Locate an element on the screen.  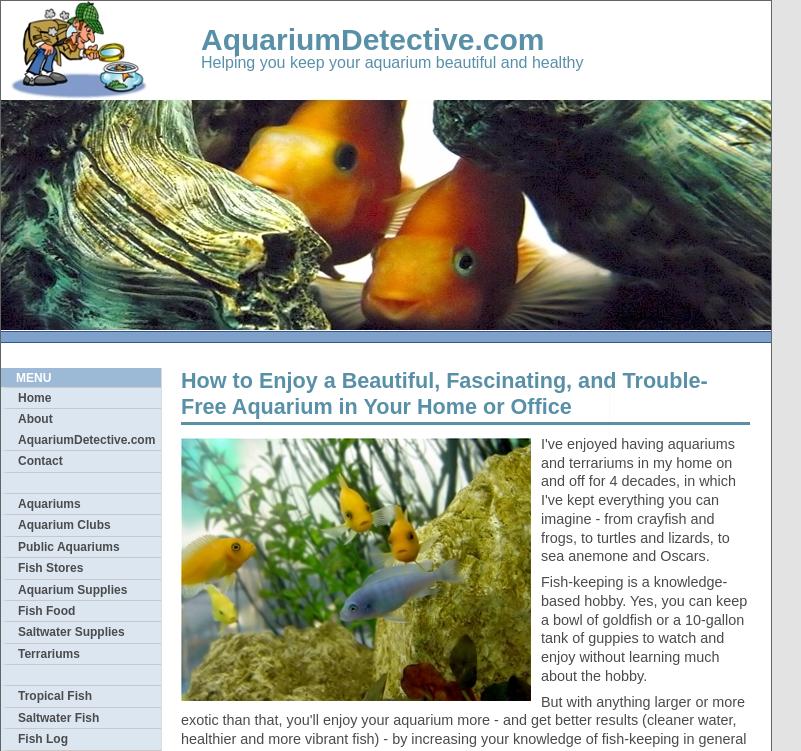
'Fish Food' is located at coordinates (45, 610).